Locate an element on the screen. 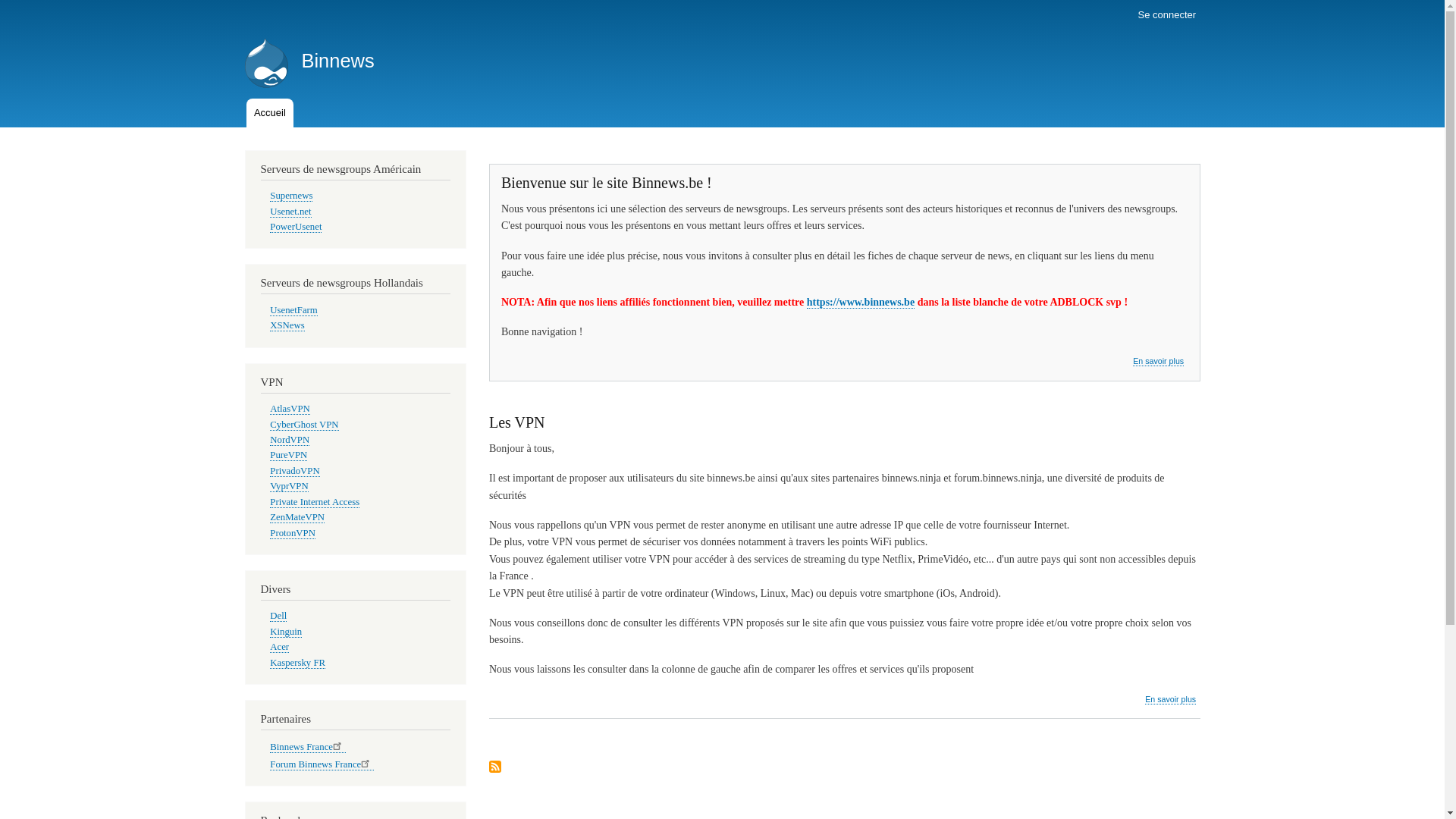  'Accueil' is located at coordinates (246, 112).